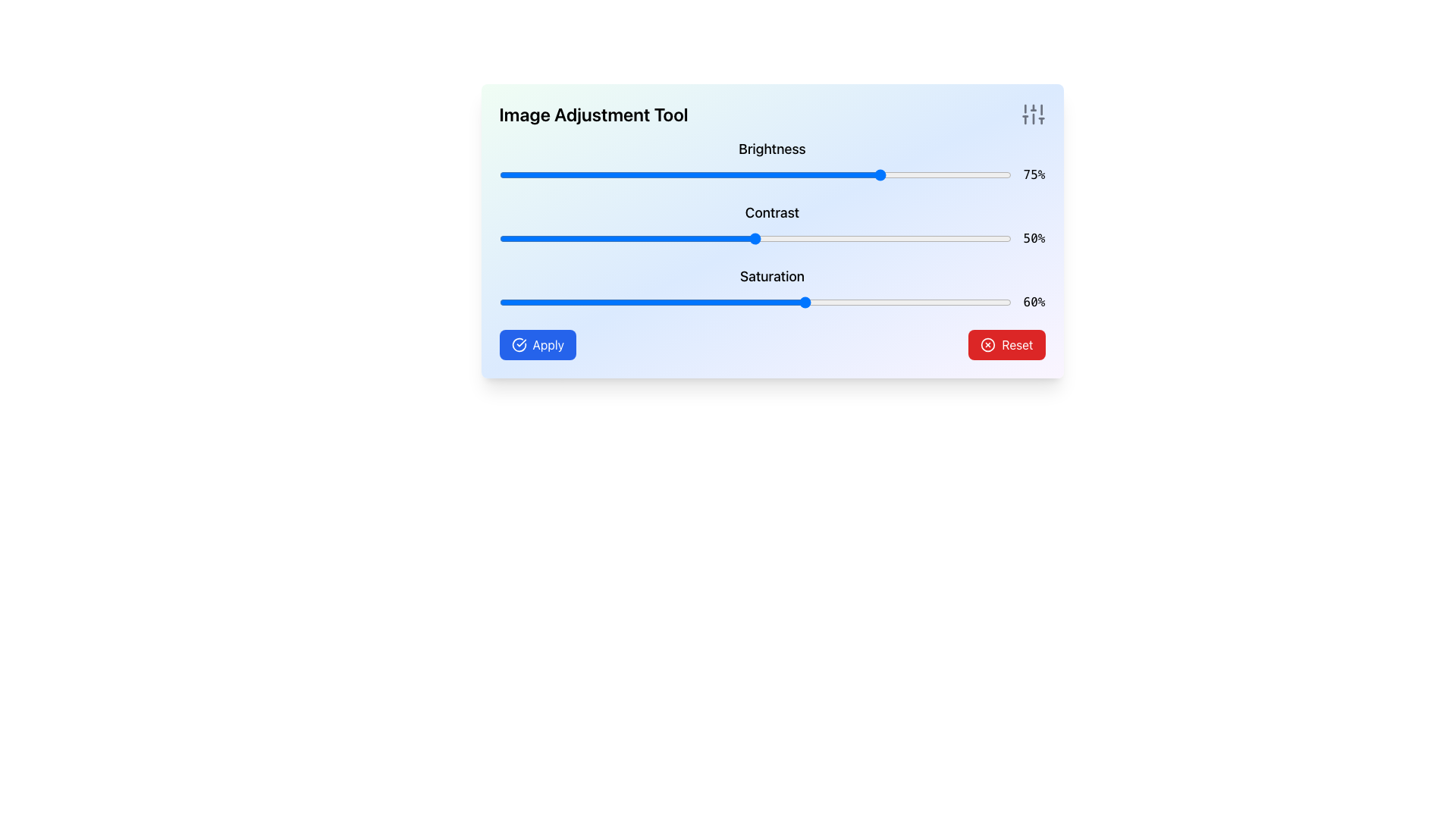 The height and width of the screenshot is (819, 1456). What do you see at coordinates (1033, 174) in the screenshot?
I see `the static text displaying '75%' which is positioned to the right of the brightness slider` at bounding box center [1033, 174].